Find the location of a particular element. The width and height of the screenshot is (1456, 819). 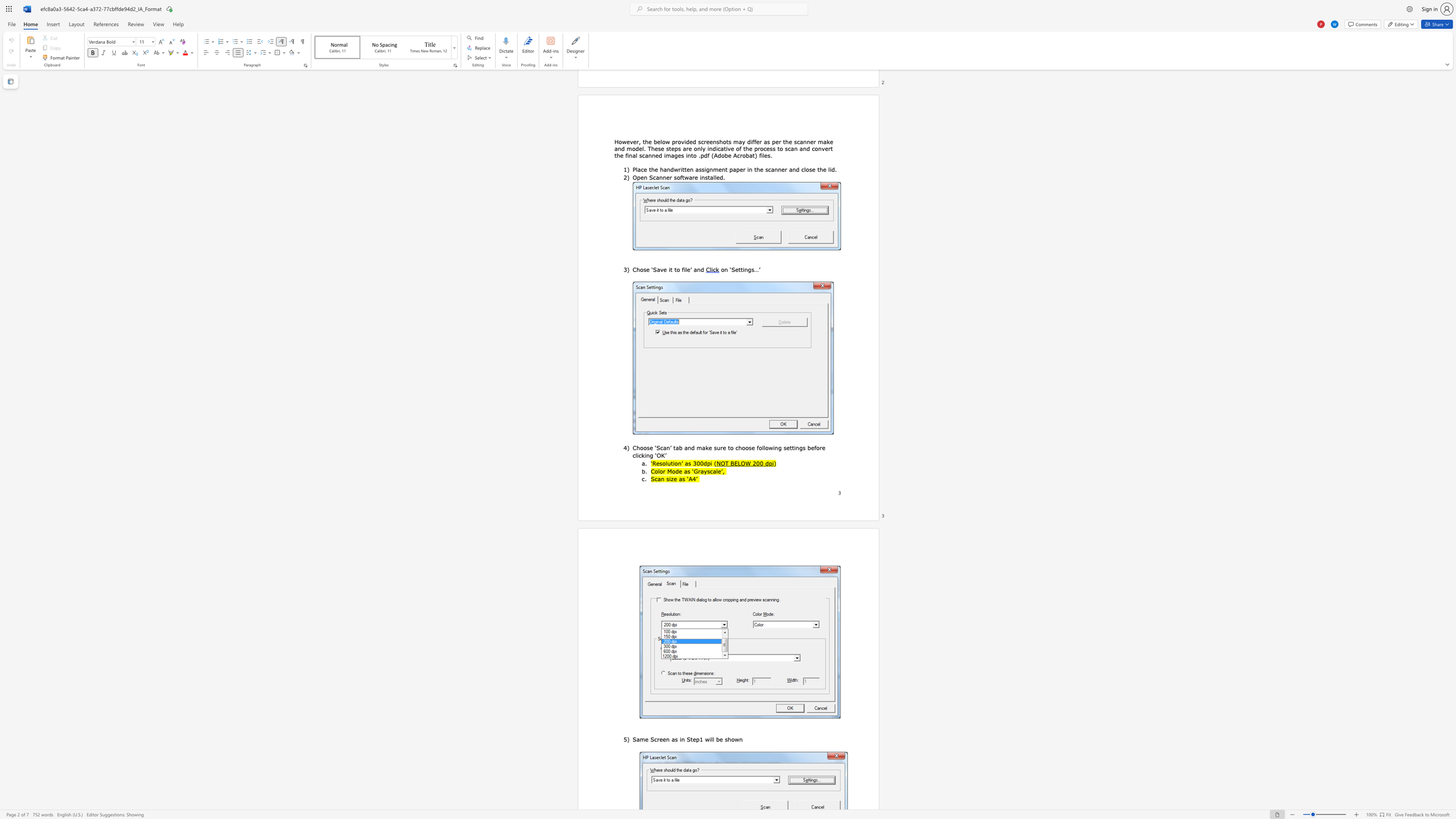

the subset text "dp" within the text "NOT BELOW 200 dpi" is located at coordinates (765, 462).